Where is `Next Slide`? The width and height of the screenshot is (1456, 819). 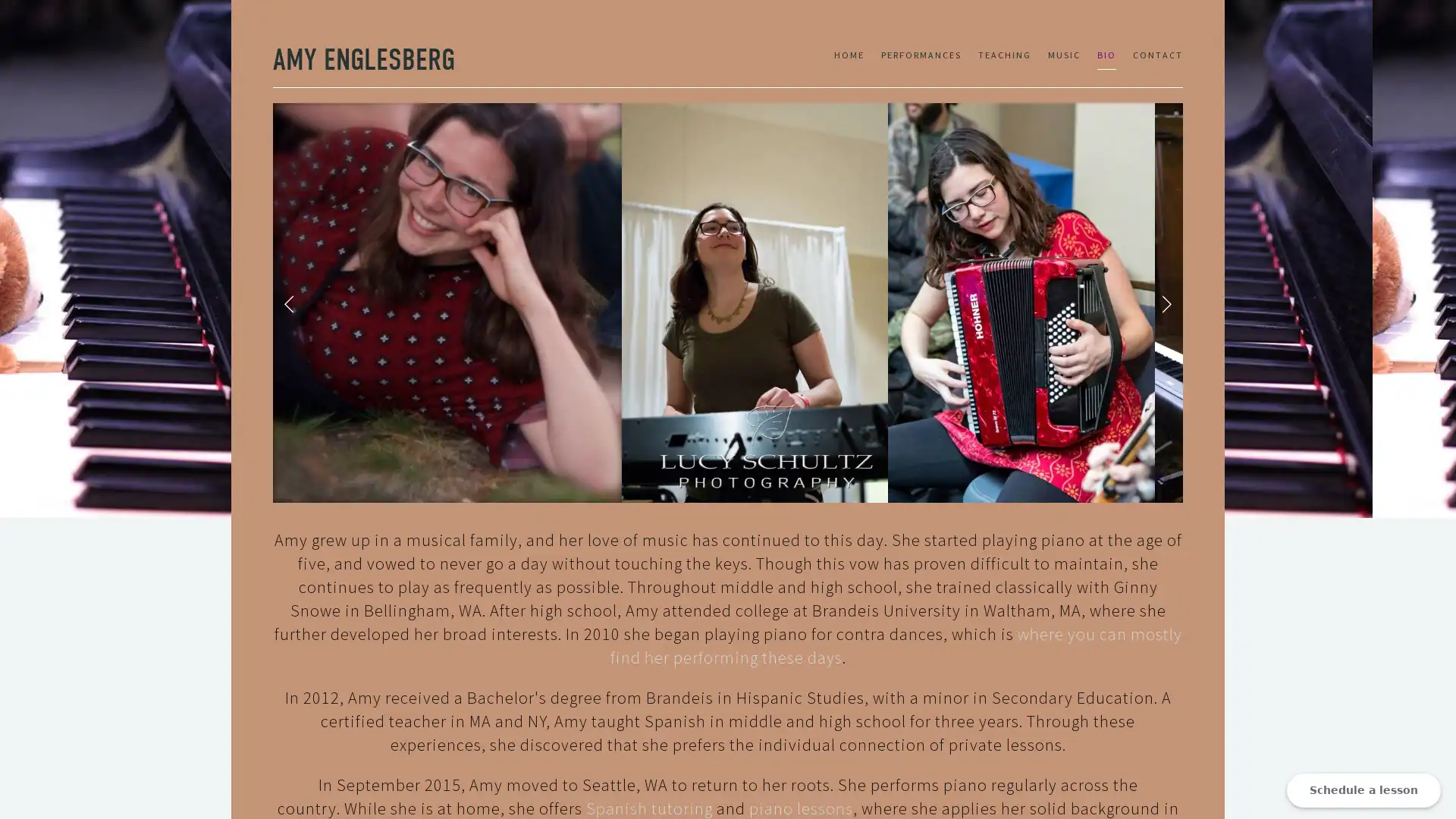 Next Slide is located at coordinates (1165, 302).